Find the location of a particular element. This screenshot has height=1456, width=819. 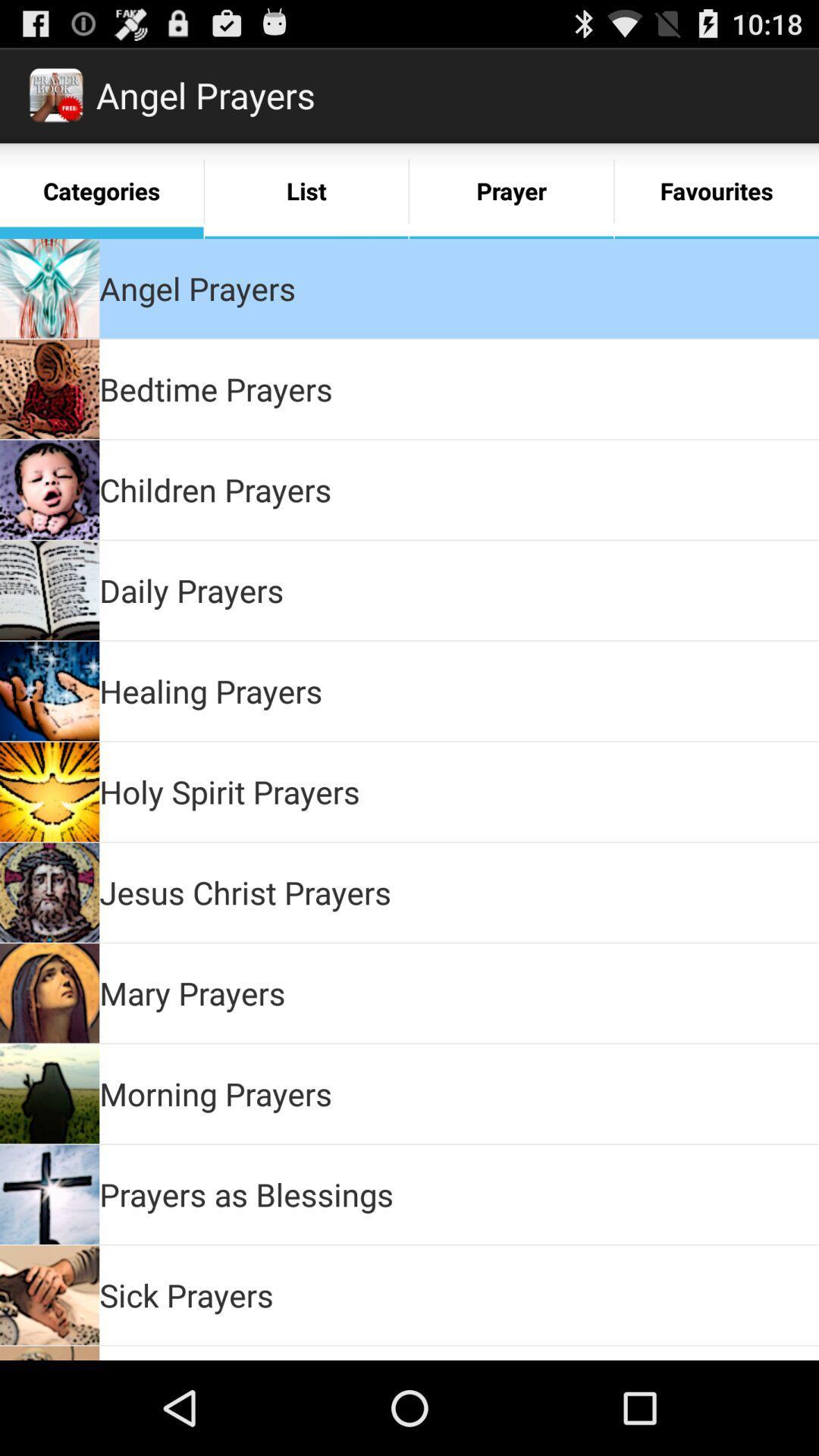

healing prayers icon is located at coordinates (211, 690).